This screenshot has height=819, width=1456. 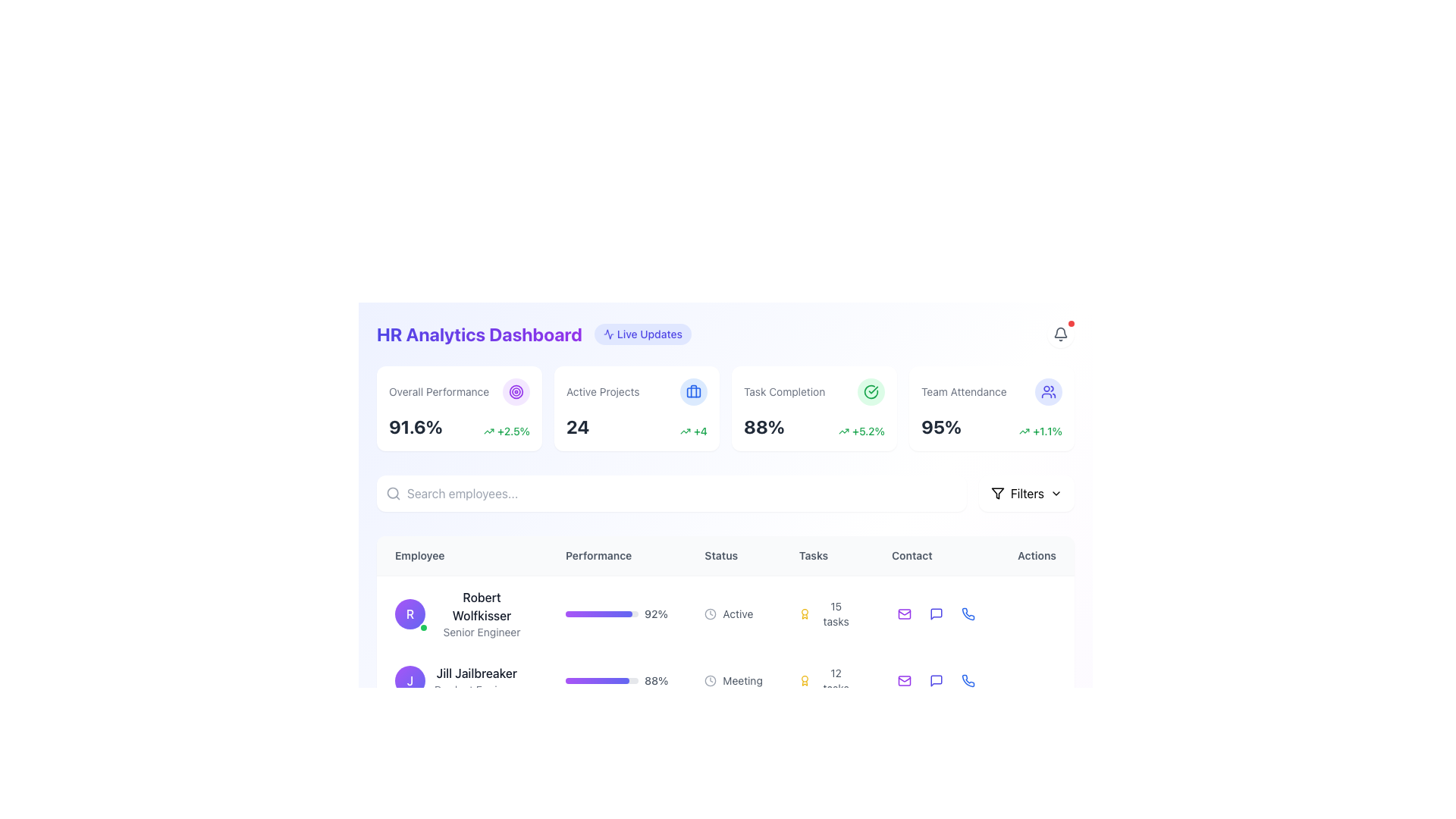 What do you see at coordinates (617, 614) in the screenshot?
I see `the progress bar indicating Robert Wolfkisser's performance percentage in the first row of the employee data section` at bounding box center [617, 614].